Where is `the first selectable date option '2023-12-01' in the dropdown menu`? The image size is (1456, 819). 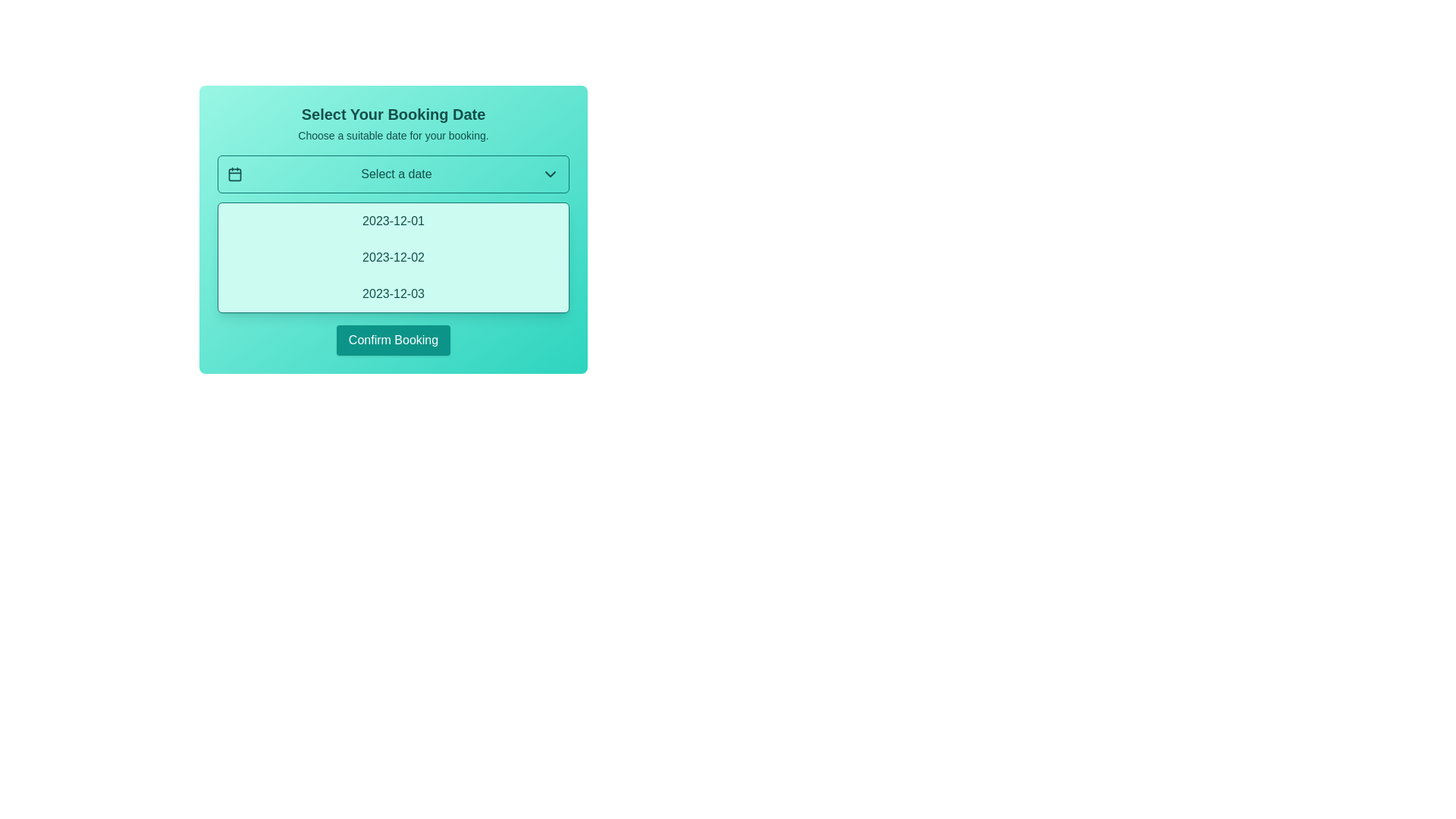 the first selectable date option '2023-12-01' in the dropdown menu is located at coordinates (393, 221).